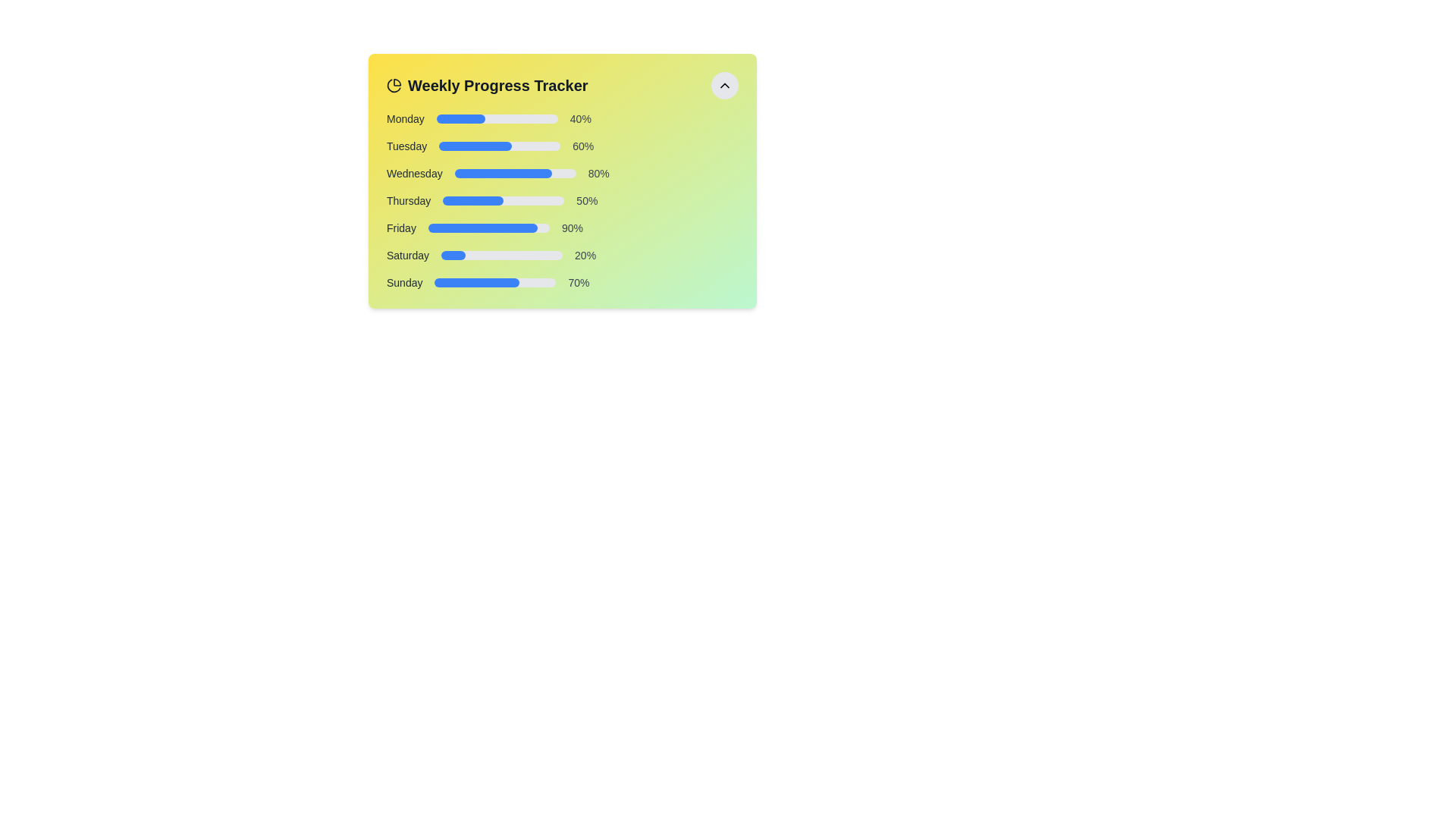 The width and height of the screenshot is (1456, 819). Describe the element at coordinates (394, 86) in the screenshot. I see `the decorative SVG graphic element that represents the second part of the pie chart icon in the top-left corner of the 'Weekly Progress Tracker' card` at that location.